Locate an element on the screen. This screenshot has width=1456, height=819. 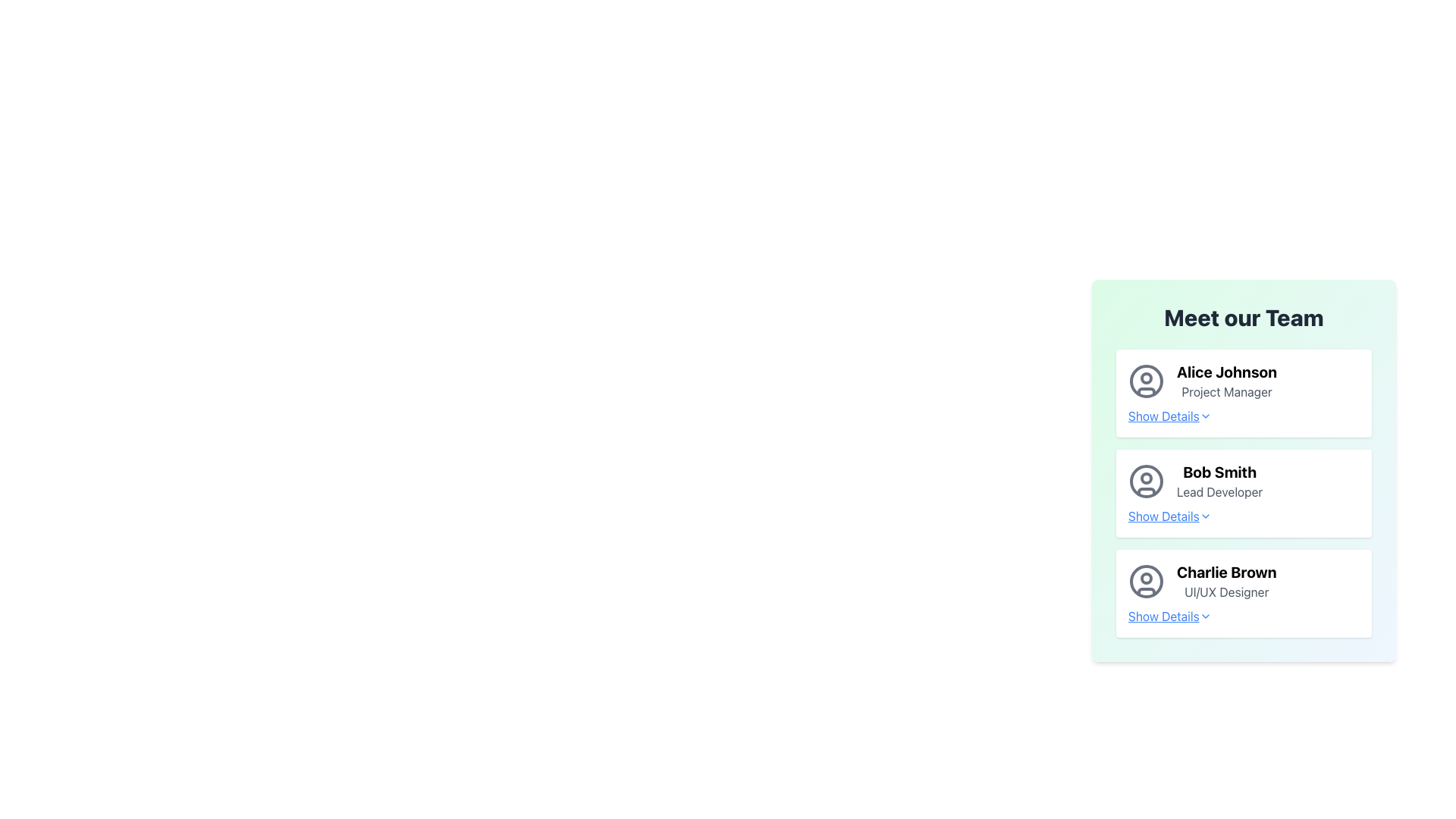
the 'Show Details' hyperlink below 'Alice Johnson - Project Manager' is located at coordinates (1169, 416).